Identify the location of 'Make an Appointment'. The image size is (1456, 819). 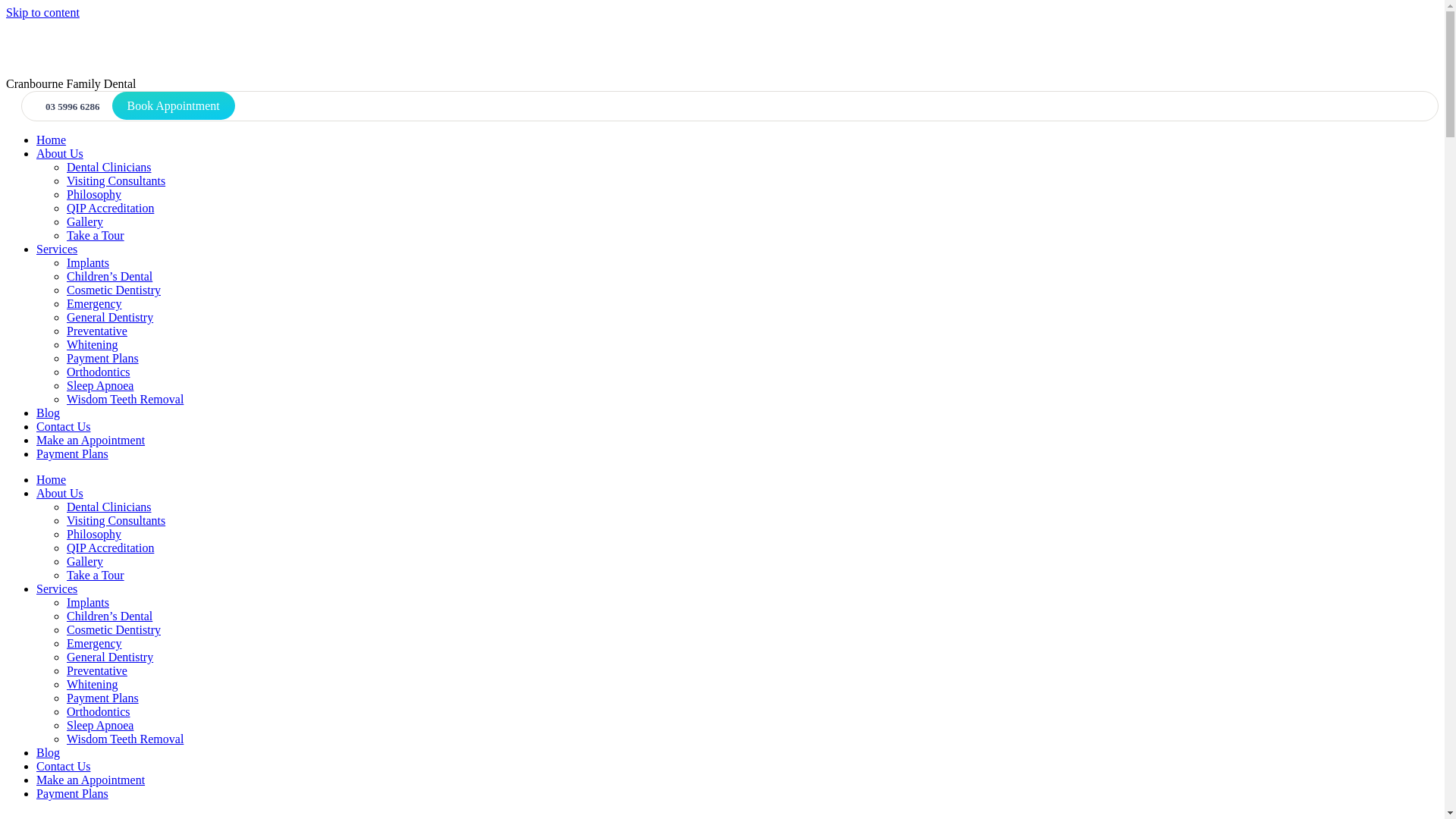
(36, 780).